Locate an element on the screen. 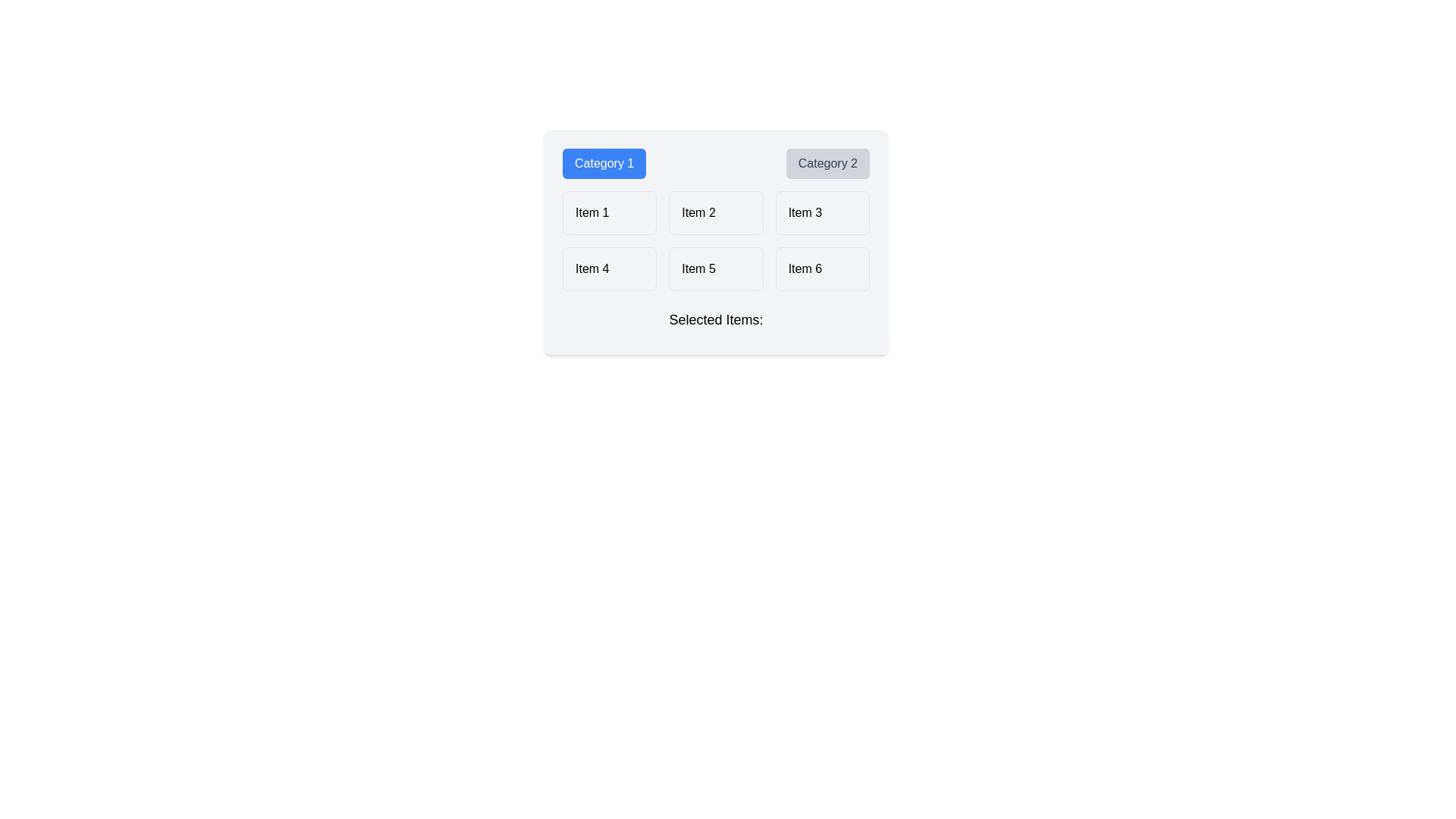 The height and width of the screenshot is (819, 1456). the 'Category 1' button is located at coordinates (604, 164).